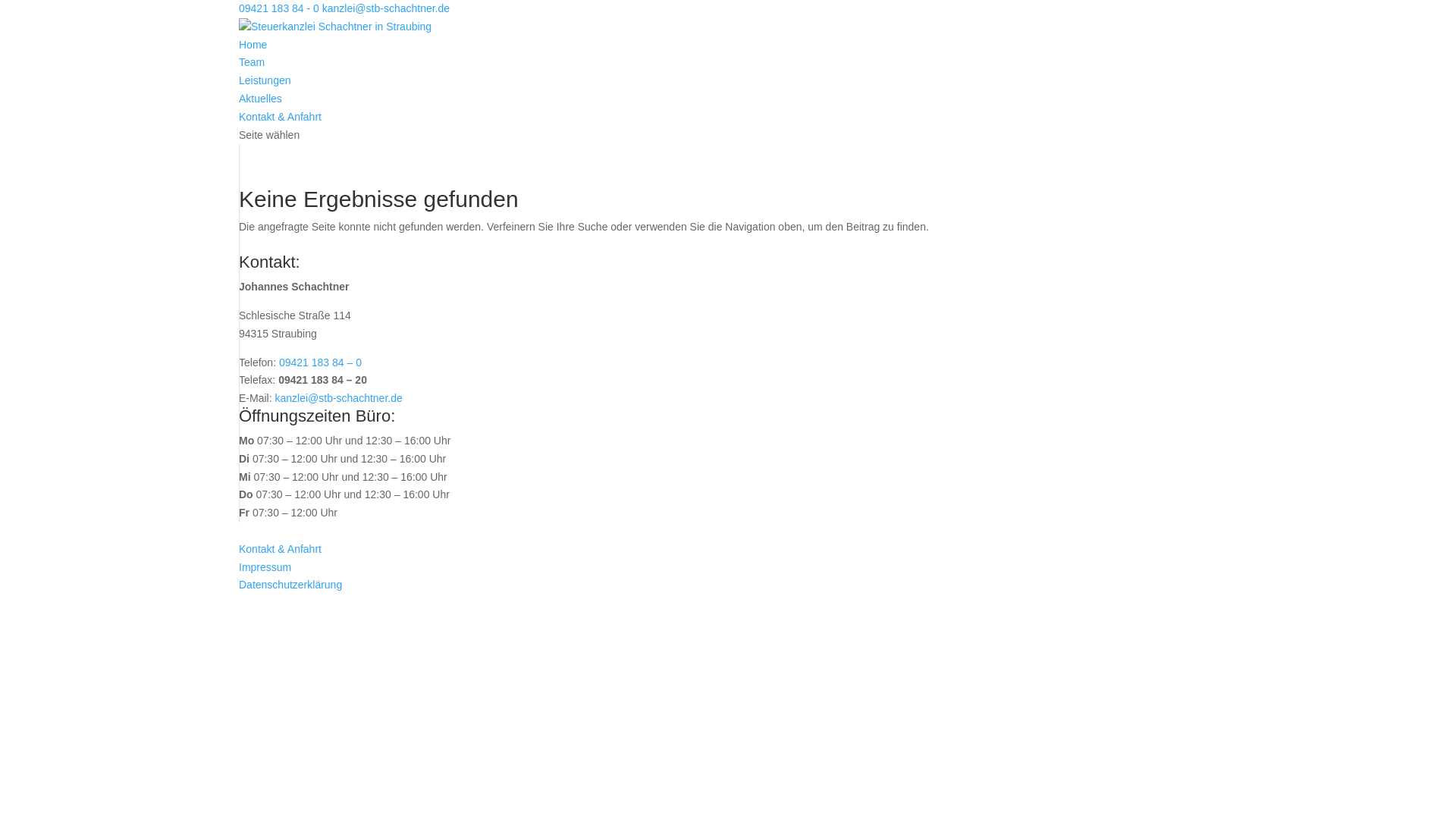 This screenshot has height=819, width=1456. Describe the element at coordinates (279, 8) in the screenshot. I see `'09421 183 84 - 0'` at that location.